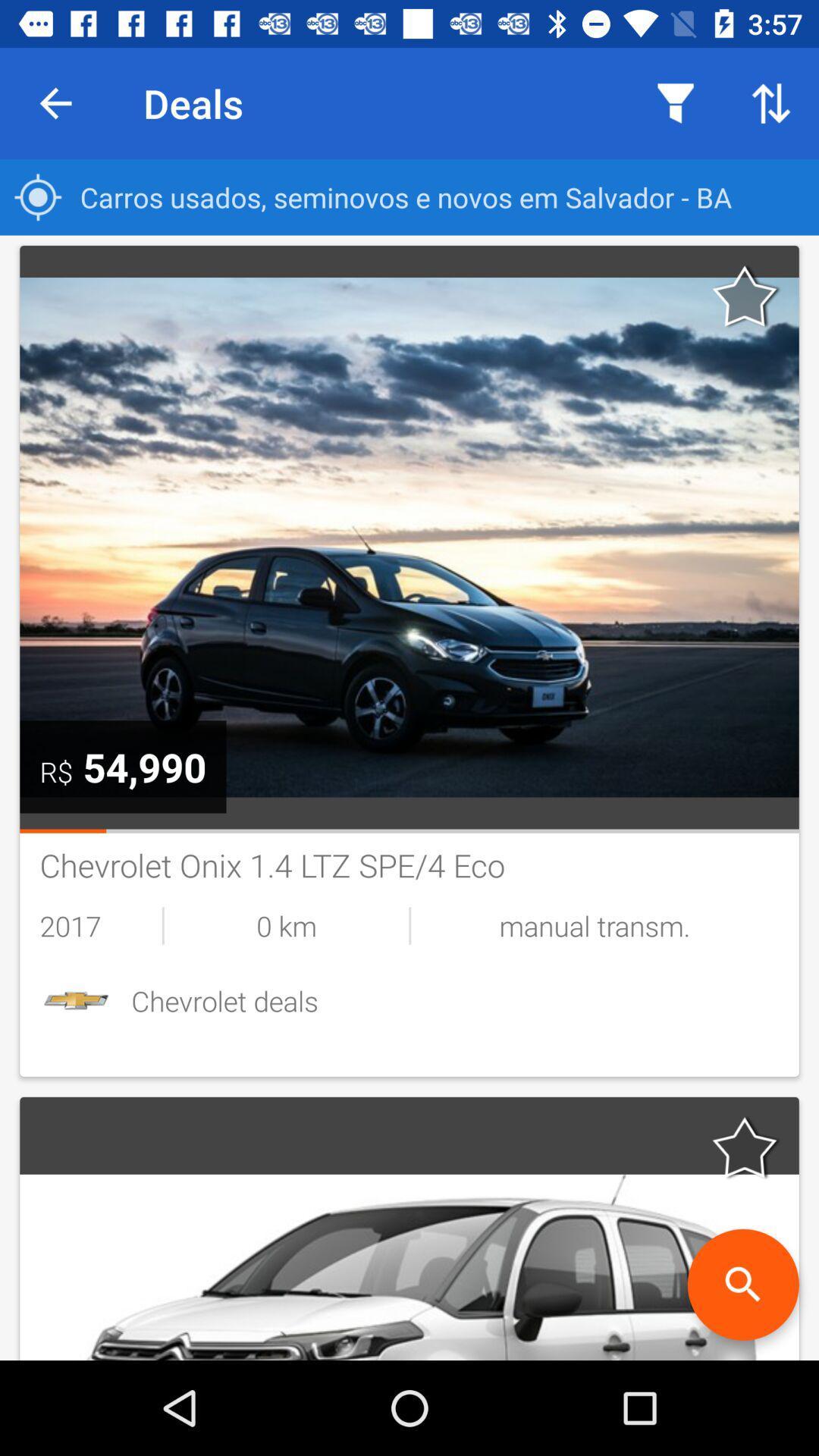  Describe the element at coordinates (745, 296) in the screenshot. I see `set favorite` at that location.